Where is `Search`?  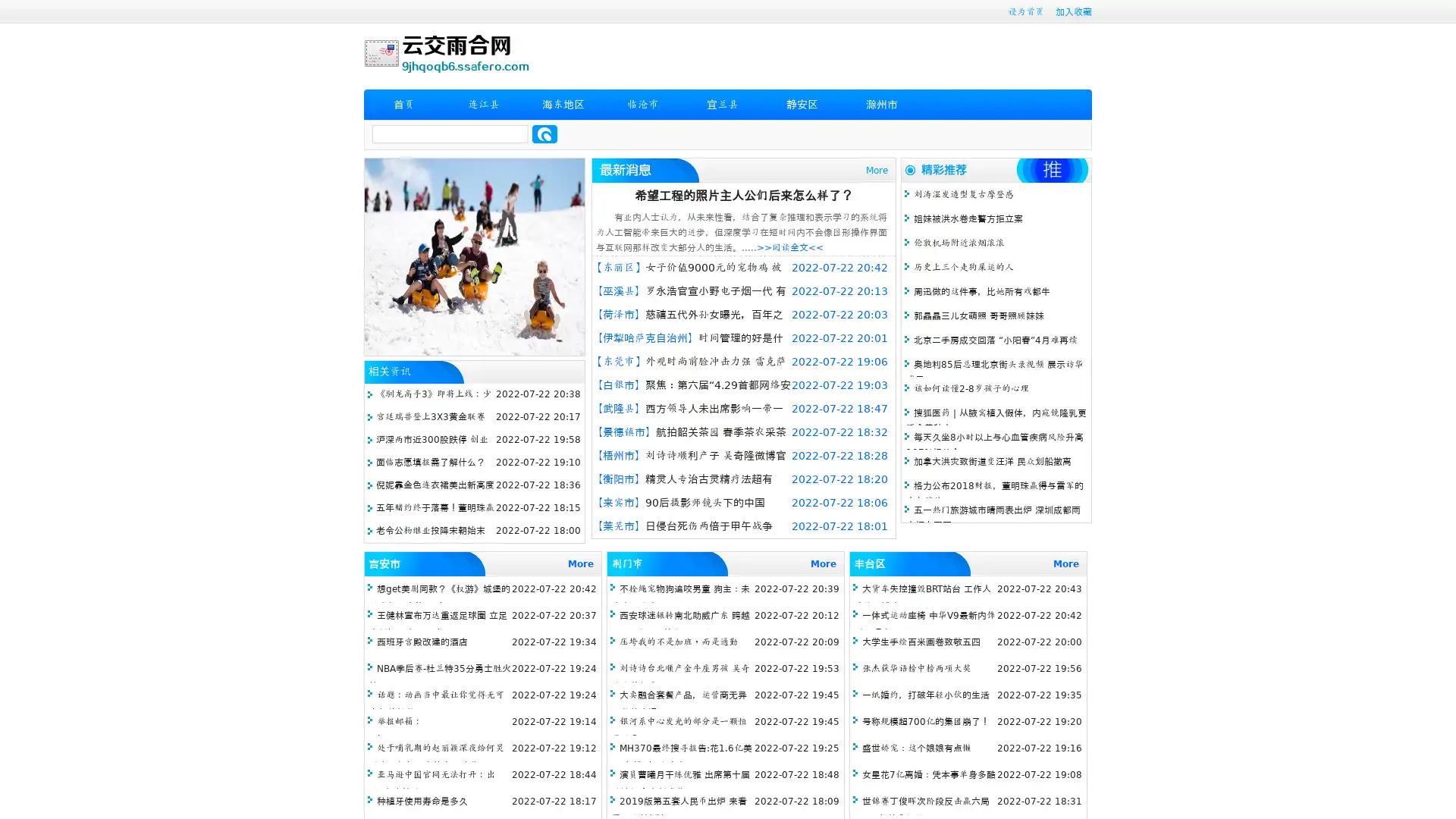 Search is located at coordinates (544, 133).